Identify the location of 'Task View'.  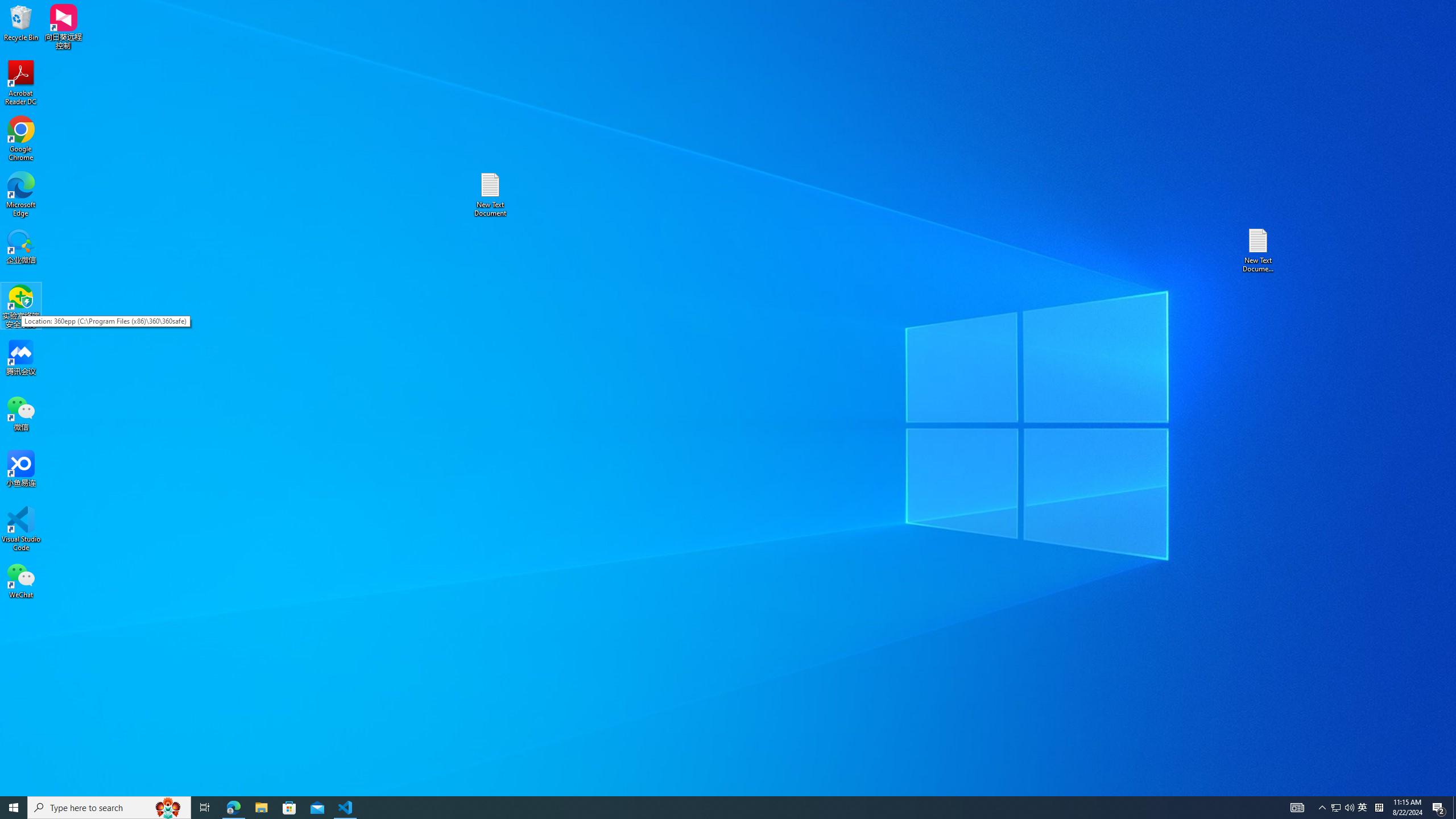
(204, 806).